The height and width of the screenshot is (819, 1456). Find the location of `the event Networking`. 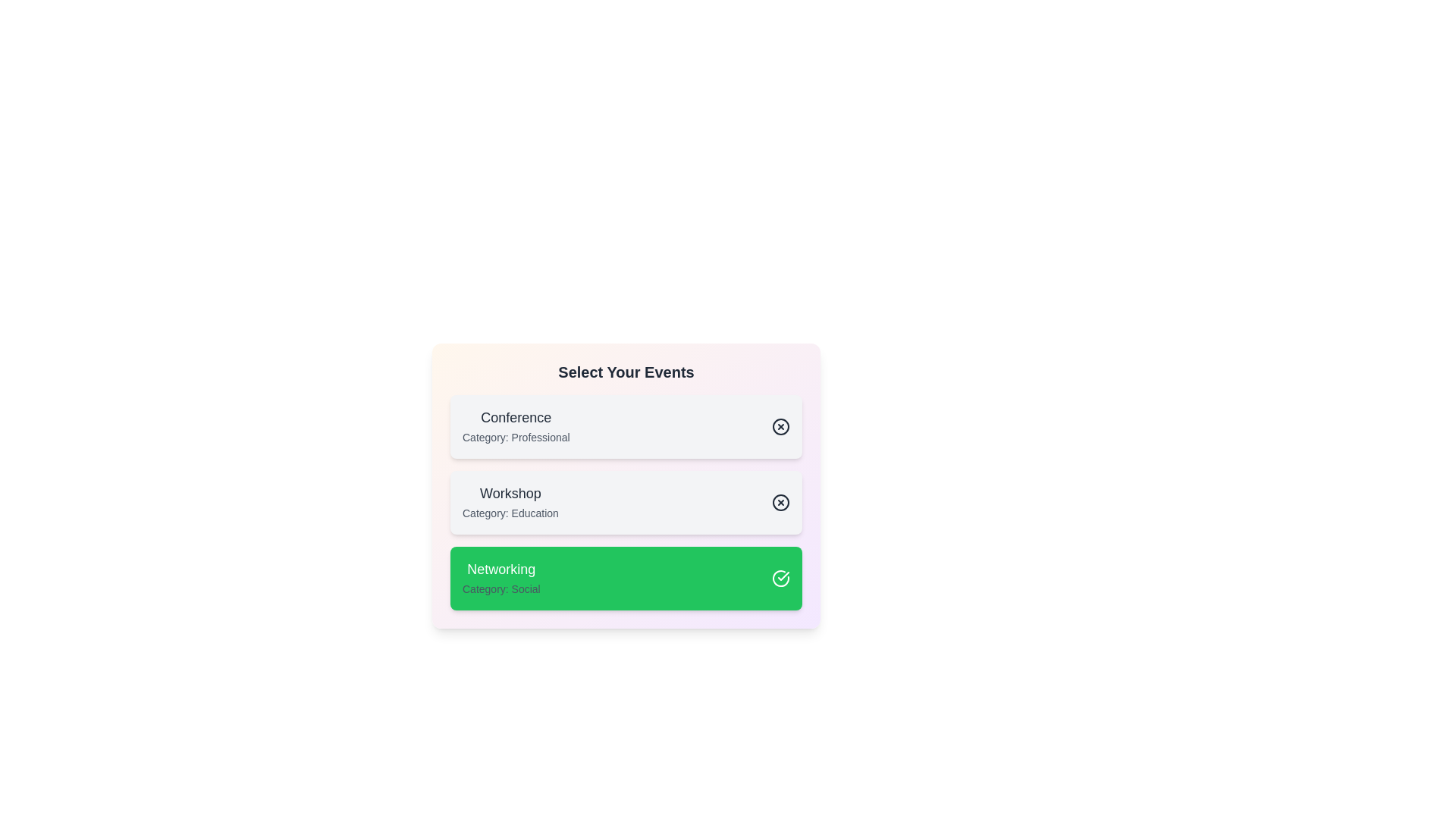

the event Networking is located at coordinates (626, 579).